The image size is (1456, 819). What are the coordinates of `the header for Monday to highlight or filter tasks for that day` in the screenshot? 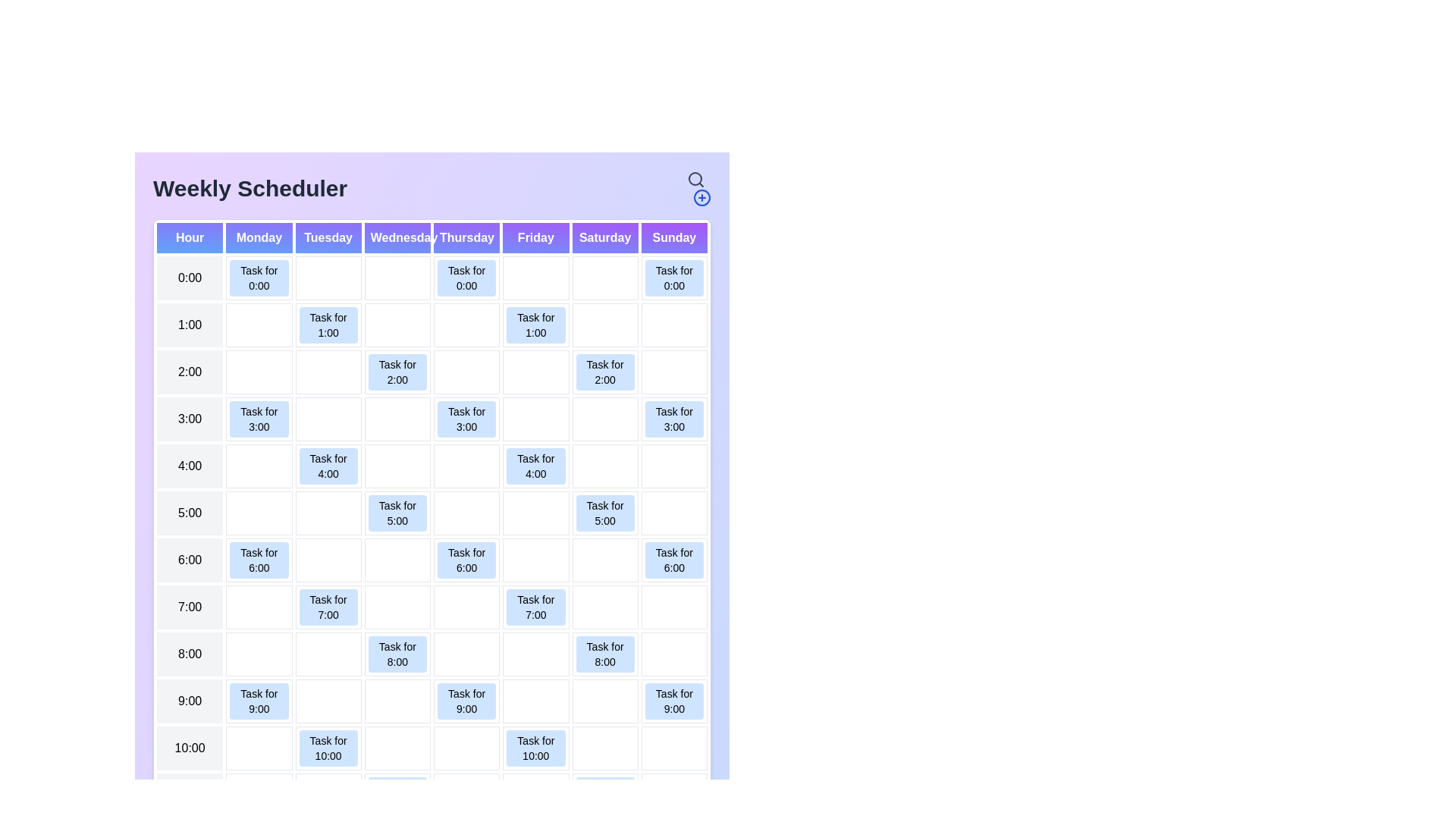 It's located at (259, 237).